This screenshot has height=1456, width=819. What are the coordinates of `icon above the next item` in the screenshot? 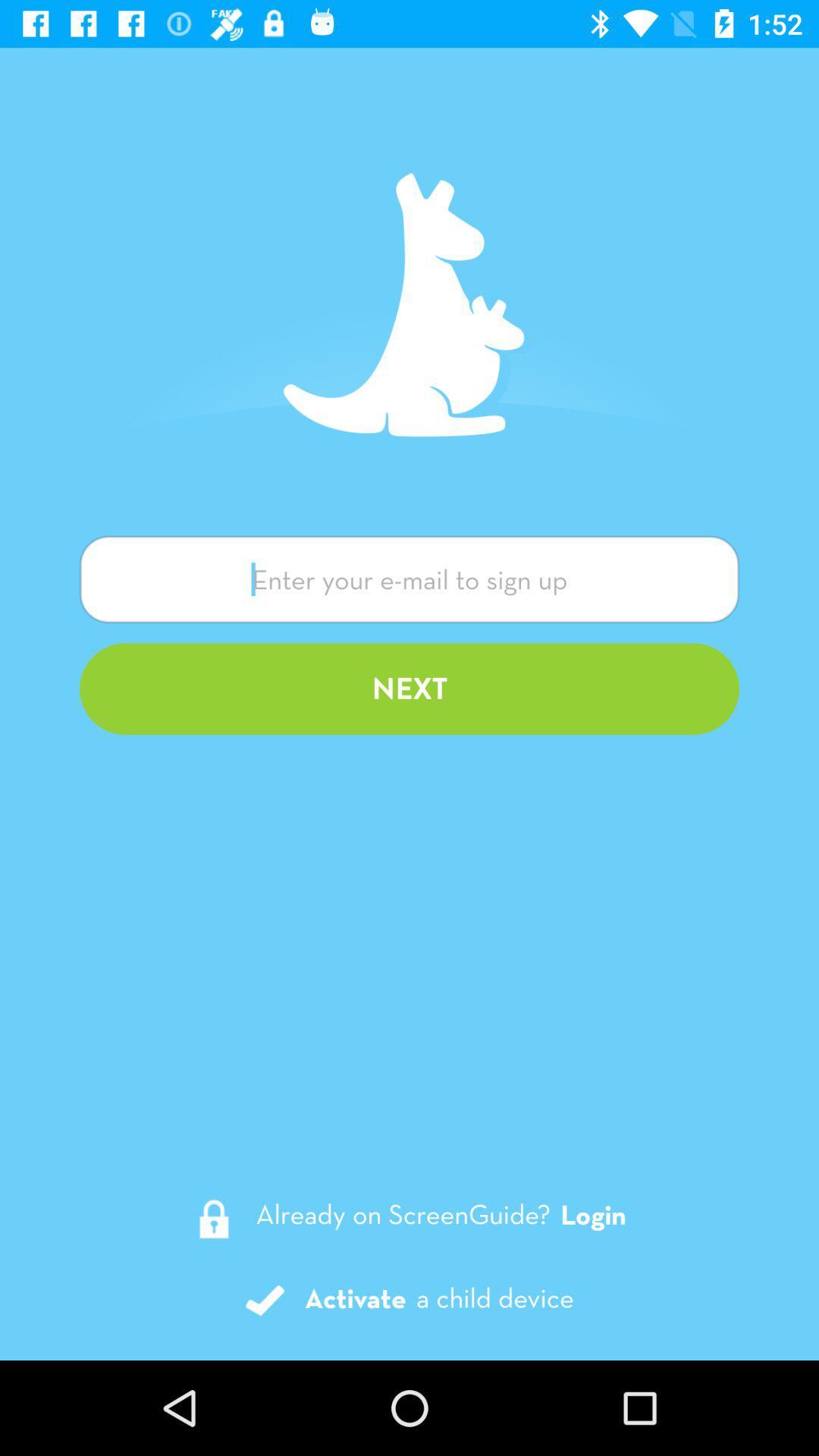 It's located at (409, 579).